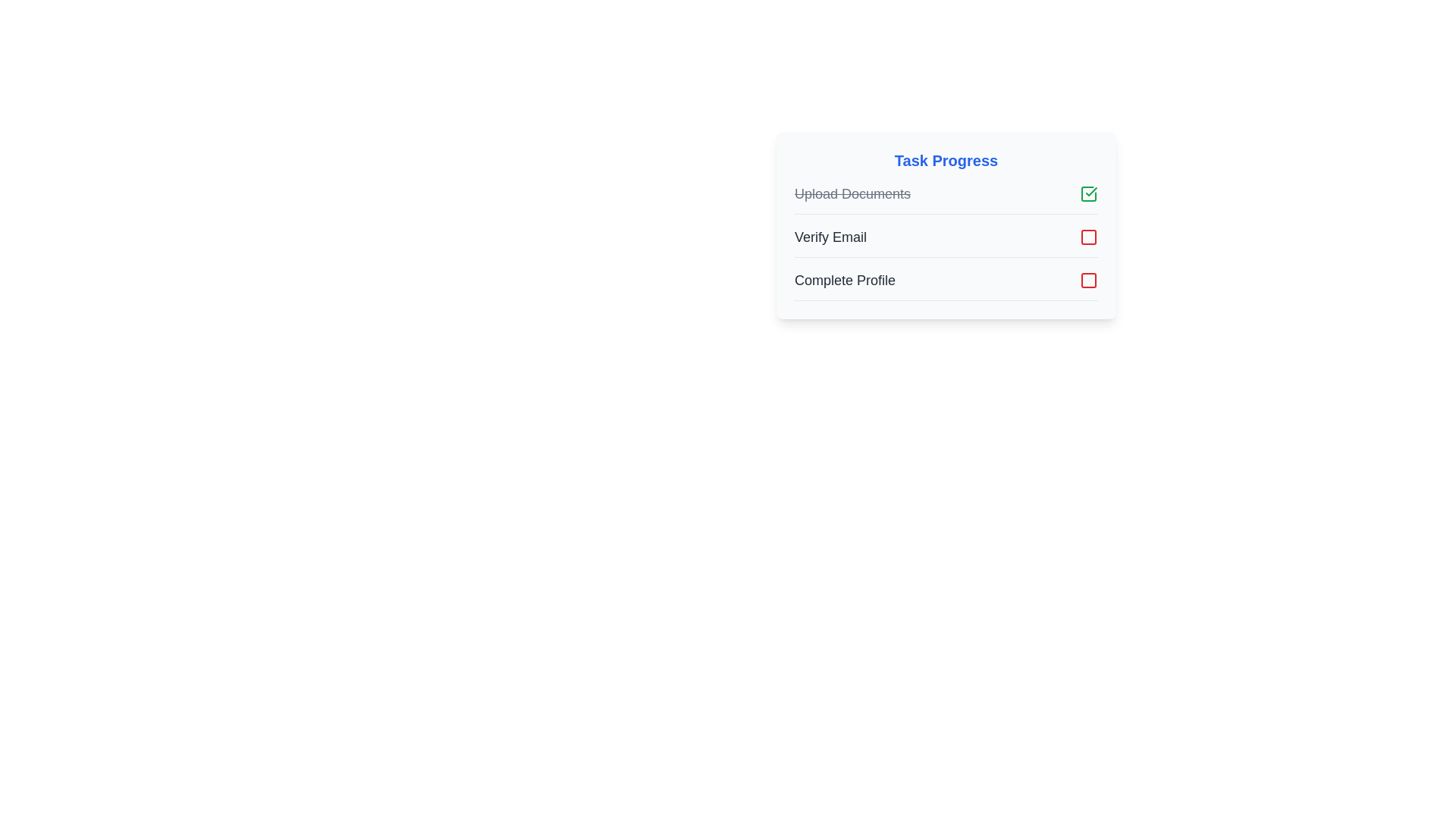 The height and width of the screenshot is (819, 1456). Describe the element at coordinates (1087, 193) in the screenshot. I see `the green checkbox icon with a white checkmark located adjacent to the 'Upload Documents' text` at that location.